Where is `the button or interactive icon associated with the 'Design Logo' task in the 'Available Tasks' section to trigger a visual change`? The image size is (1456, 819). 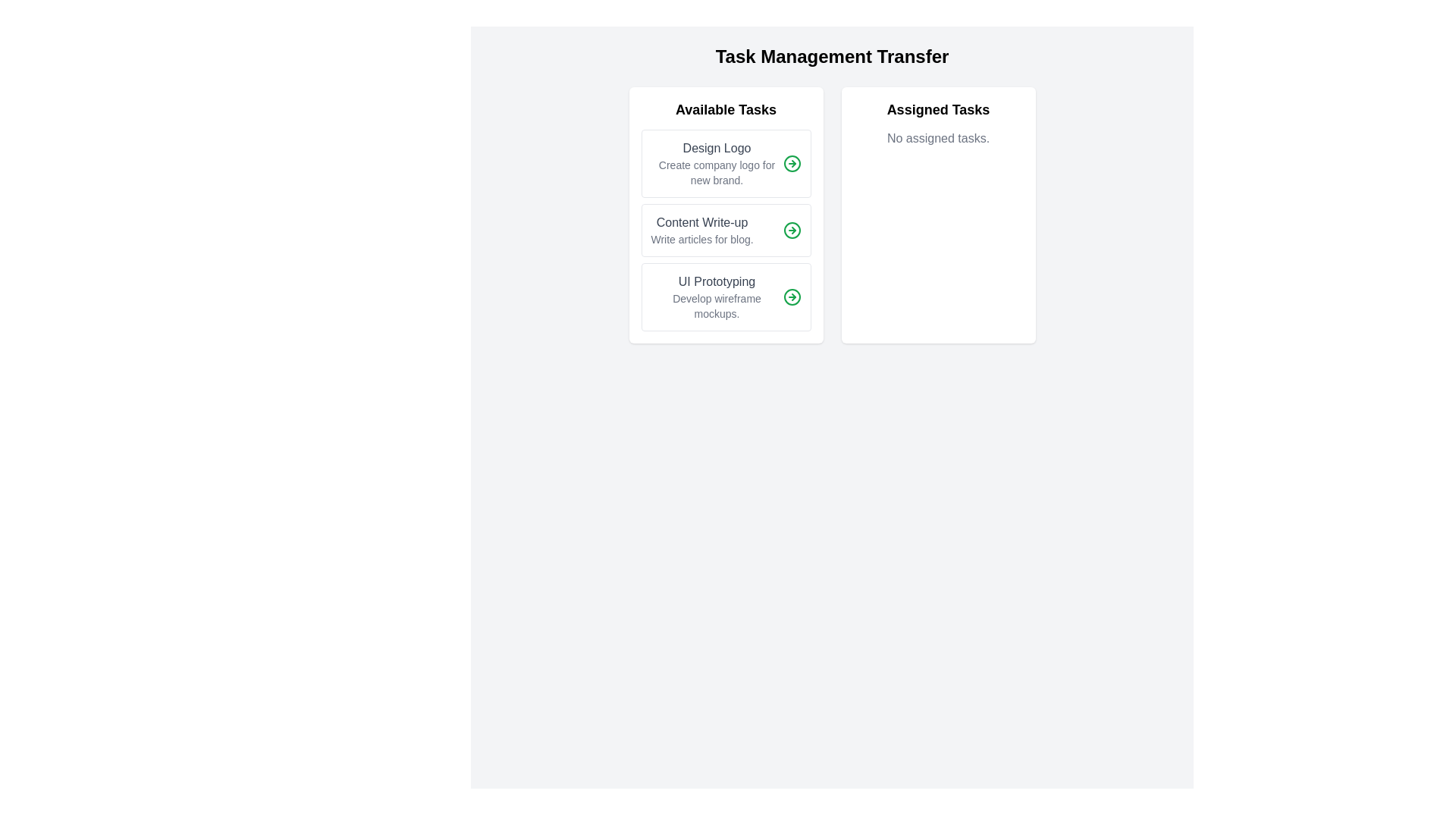 the button or interactive icon associated with the 'Design Logo' task in the 'Available Tasks' section to trigger a visual change is located at coordinates (791, 164).